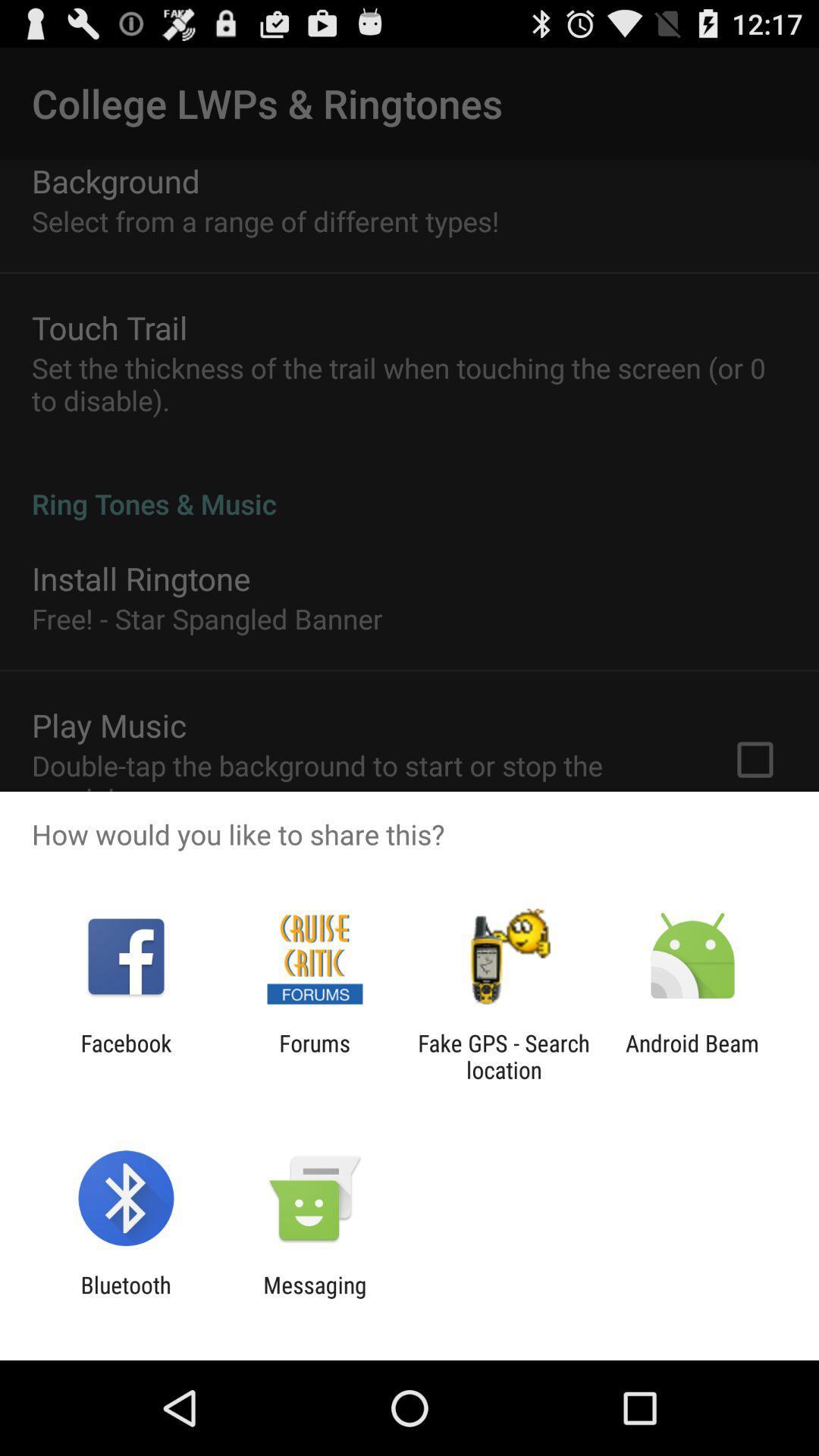 The image size is (819, 1456). What do you see at coordinates (504, 1056) in the screenshot?
I see `app next to forums item` at bounding box center [504, 1056].